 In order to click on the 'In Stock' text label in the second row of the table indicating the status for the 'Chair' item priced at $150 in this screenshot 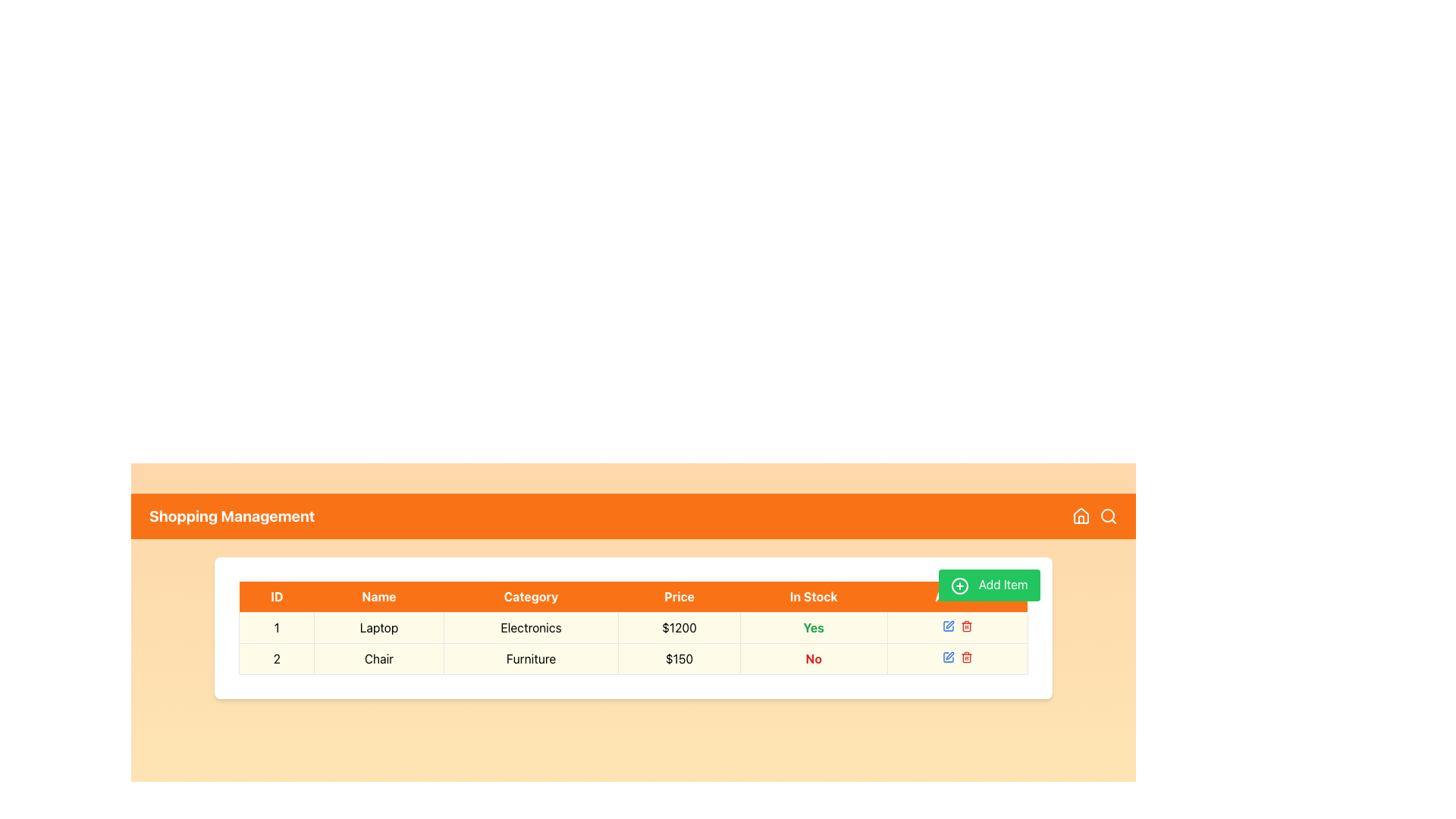, I will do `click(813, 657)`.